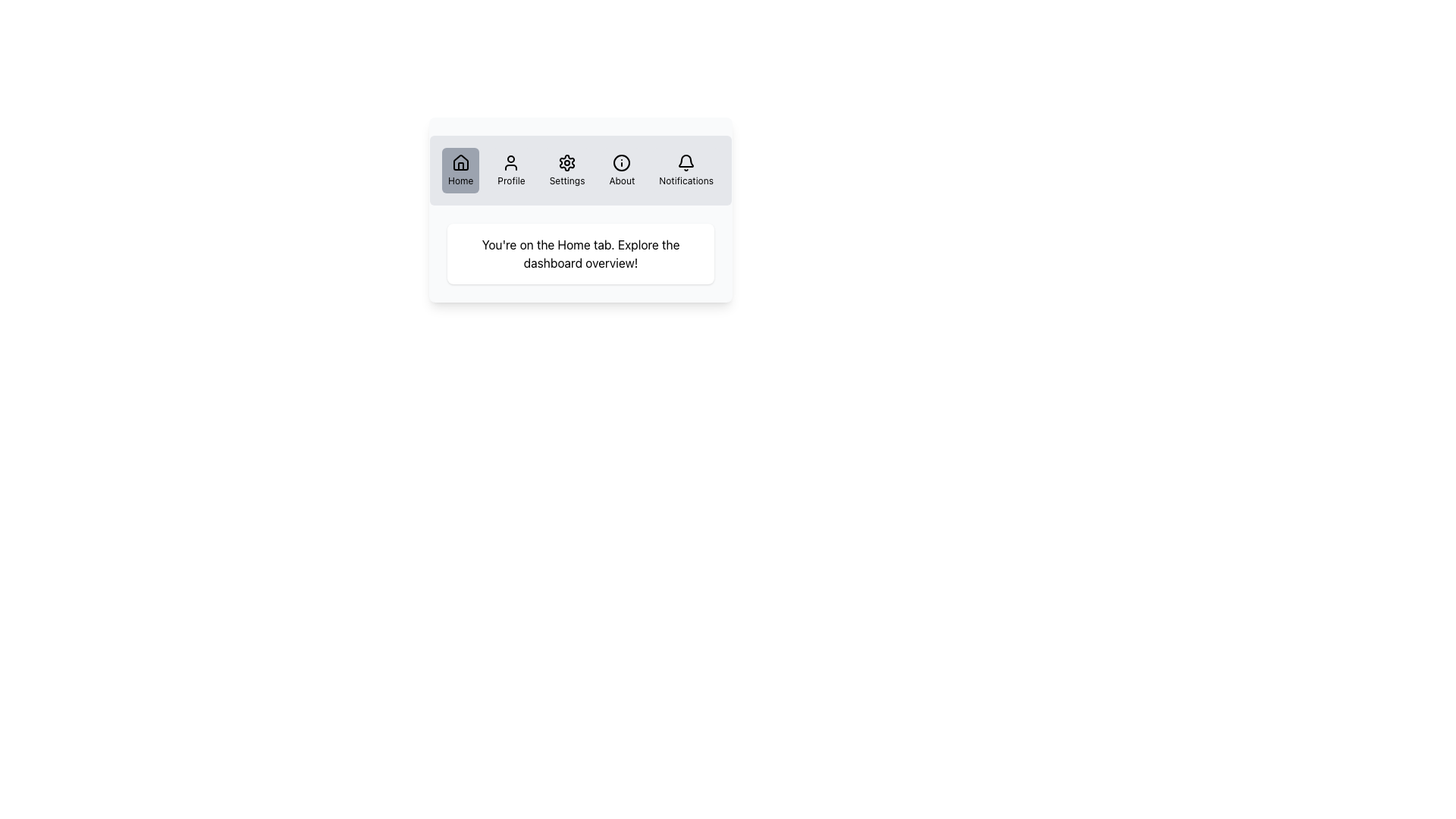  Describe the element at coordinates (580, 170) in the screenshot. I see `the Navigation bar located in the upper central portion of the application` at that location.